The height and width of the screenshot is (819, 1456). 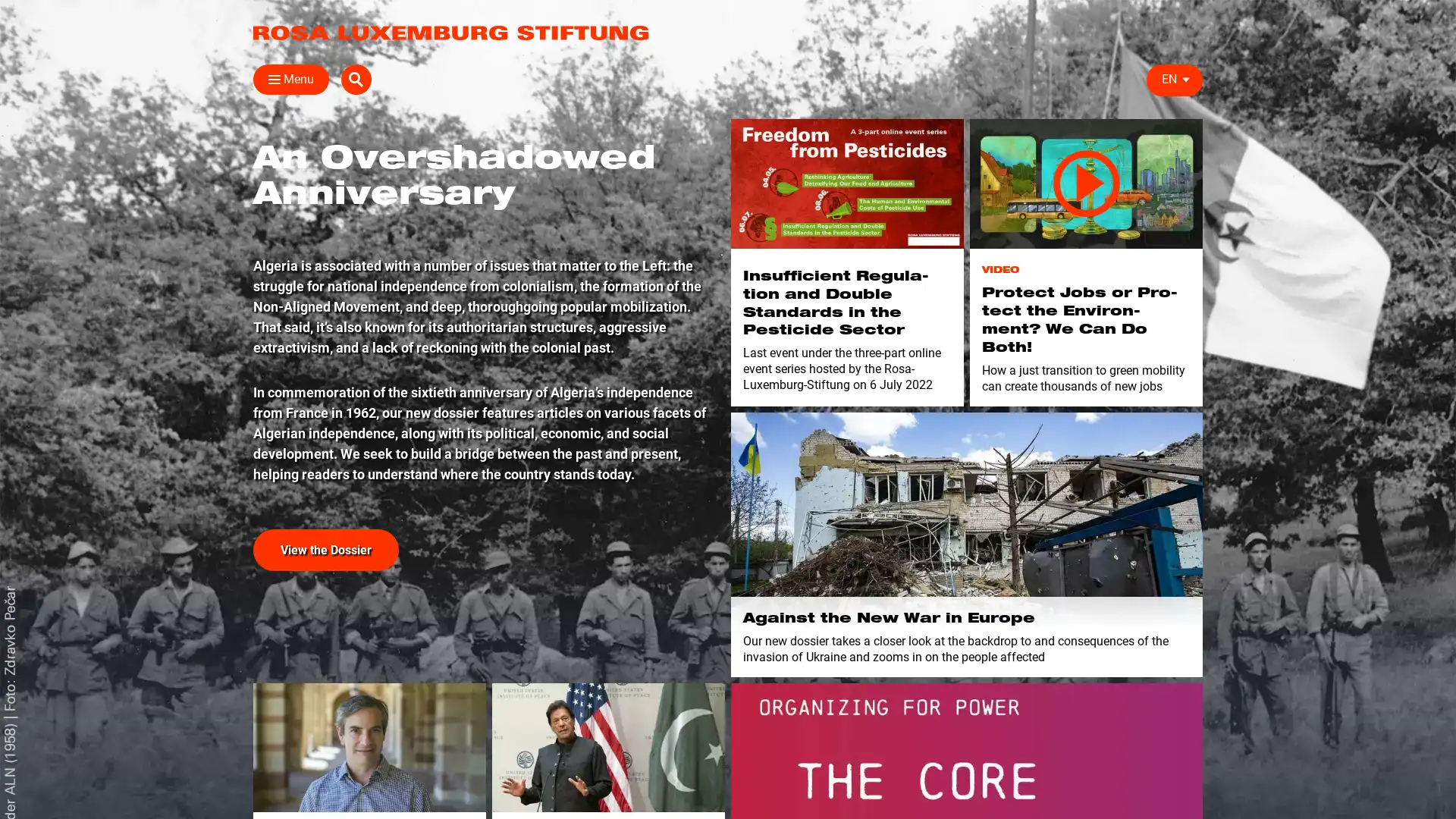 I want to click on Show more / less, so click(x=246, y=348).